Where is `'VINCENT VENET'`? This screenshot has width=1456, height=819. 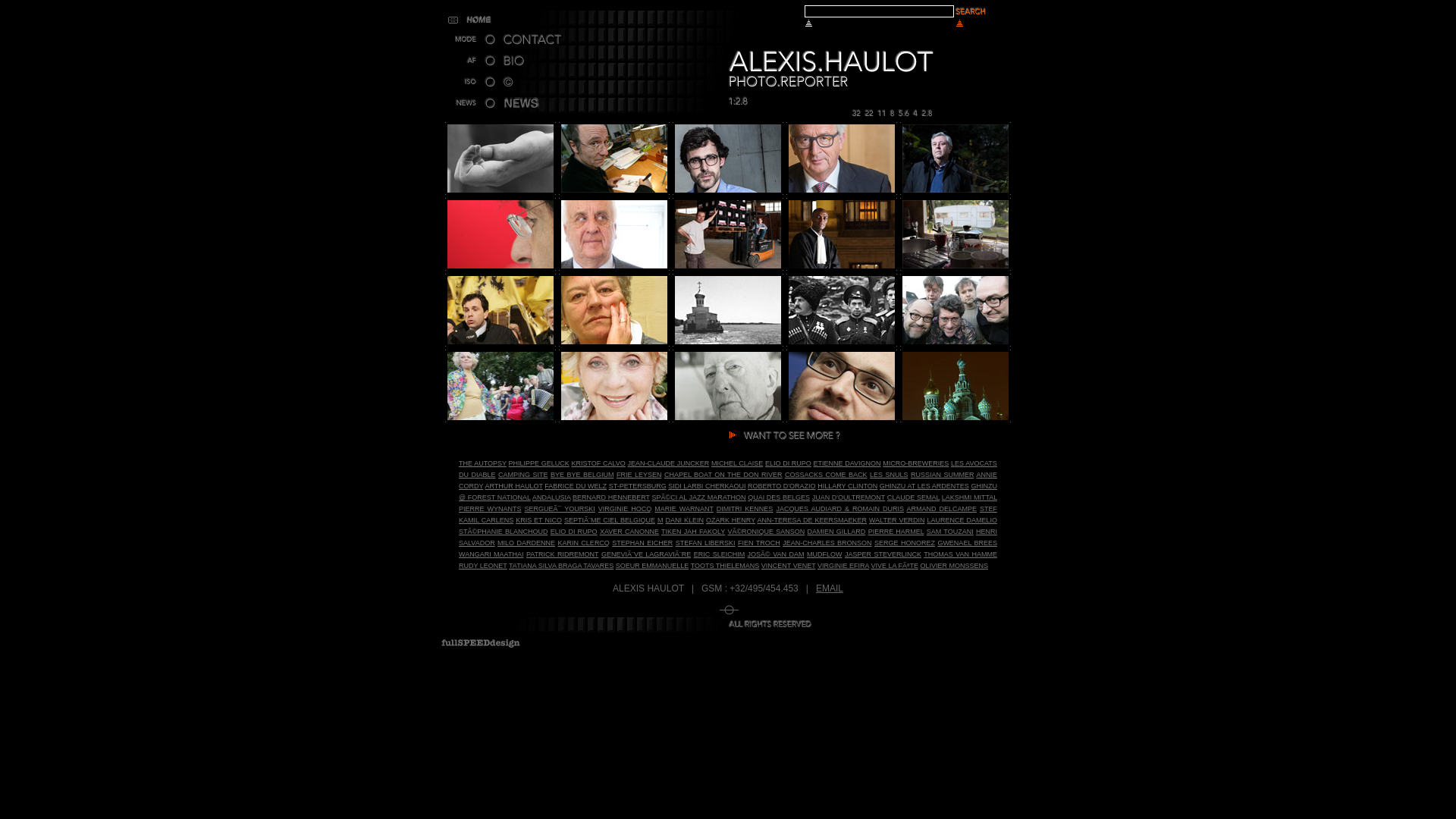
'VINCENT VENET' is located at coordinates (789, 565).